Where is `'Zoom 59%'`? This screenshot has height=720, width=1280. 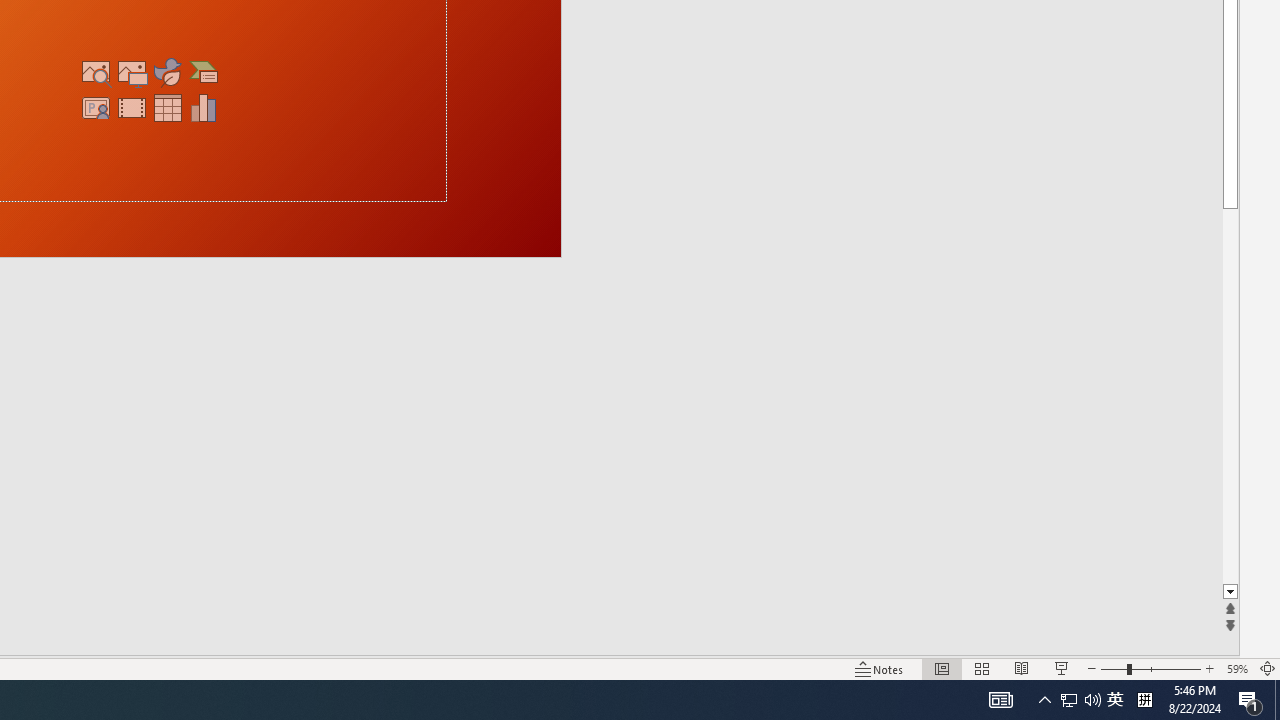 'Zoom 59%' is located at coordinates (1236, 669).